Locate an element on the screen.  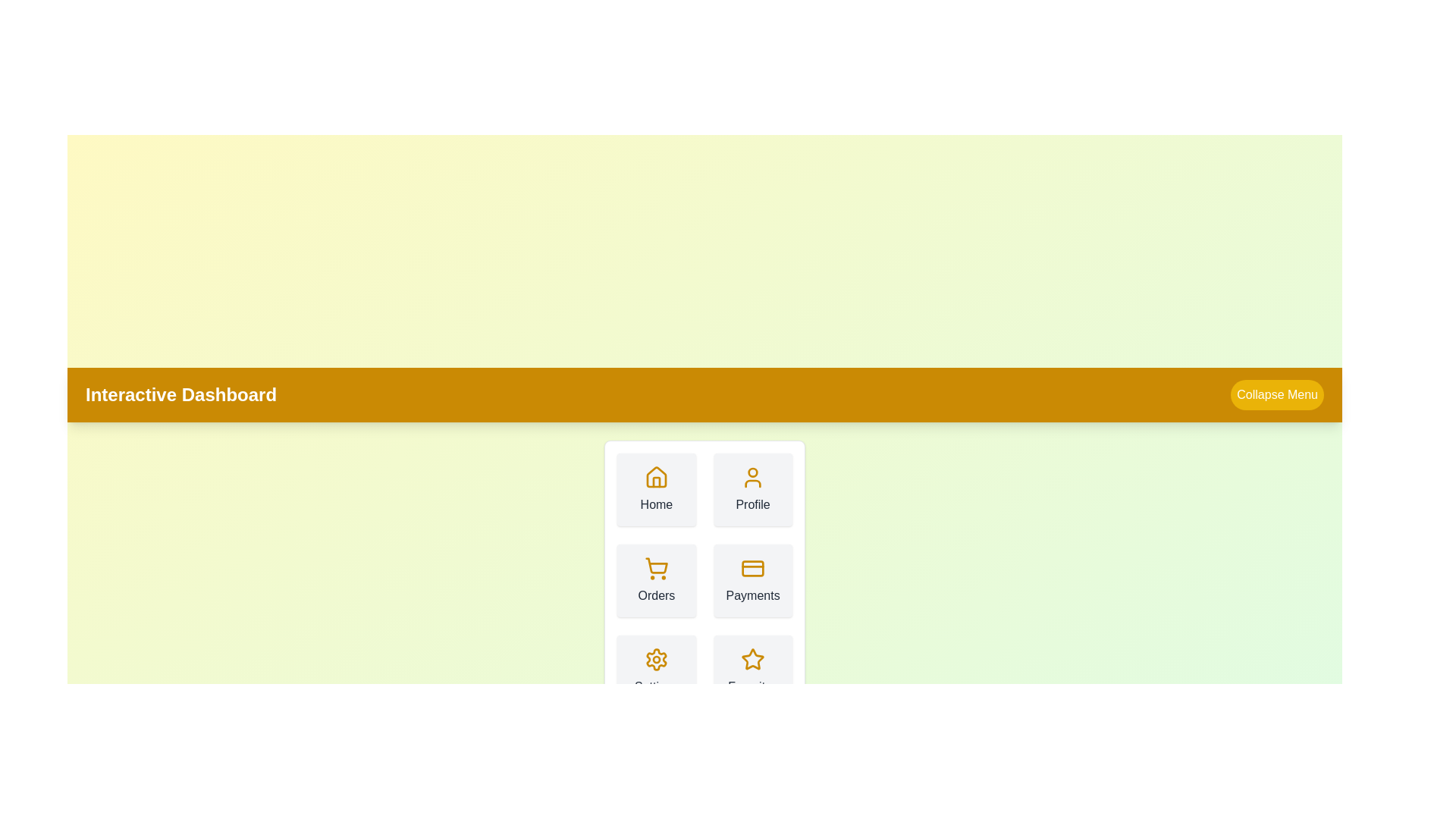
the 'Settings' button in the menu is located at coordinates (656, 671).